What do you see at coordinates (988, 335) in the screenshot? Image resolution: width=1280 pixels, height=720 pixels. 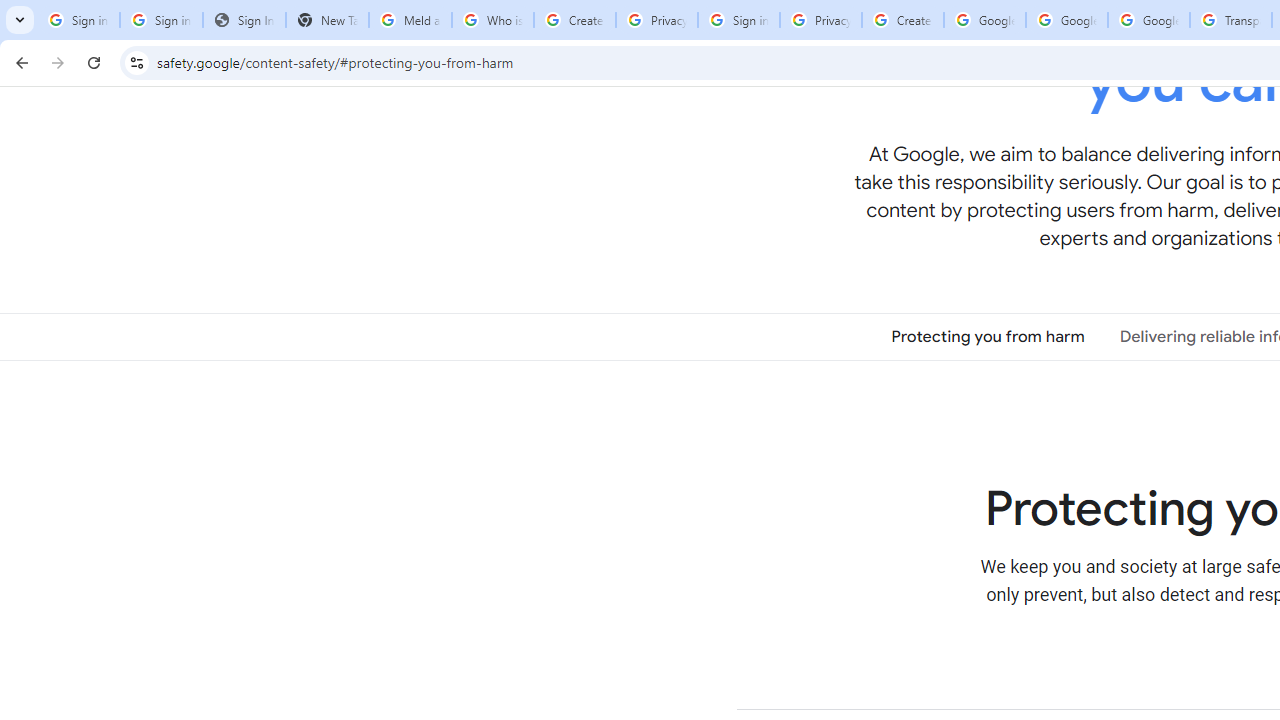 I see `'Protecting you from harm'` at bounding box center [988, 335].